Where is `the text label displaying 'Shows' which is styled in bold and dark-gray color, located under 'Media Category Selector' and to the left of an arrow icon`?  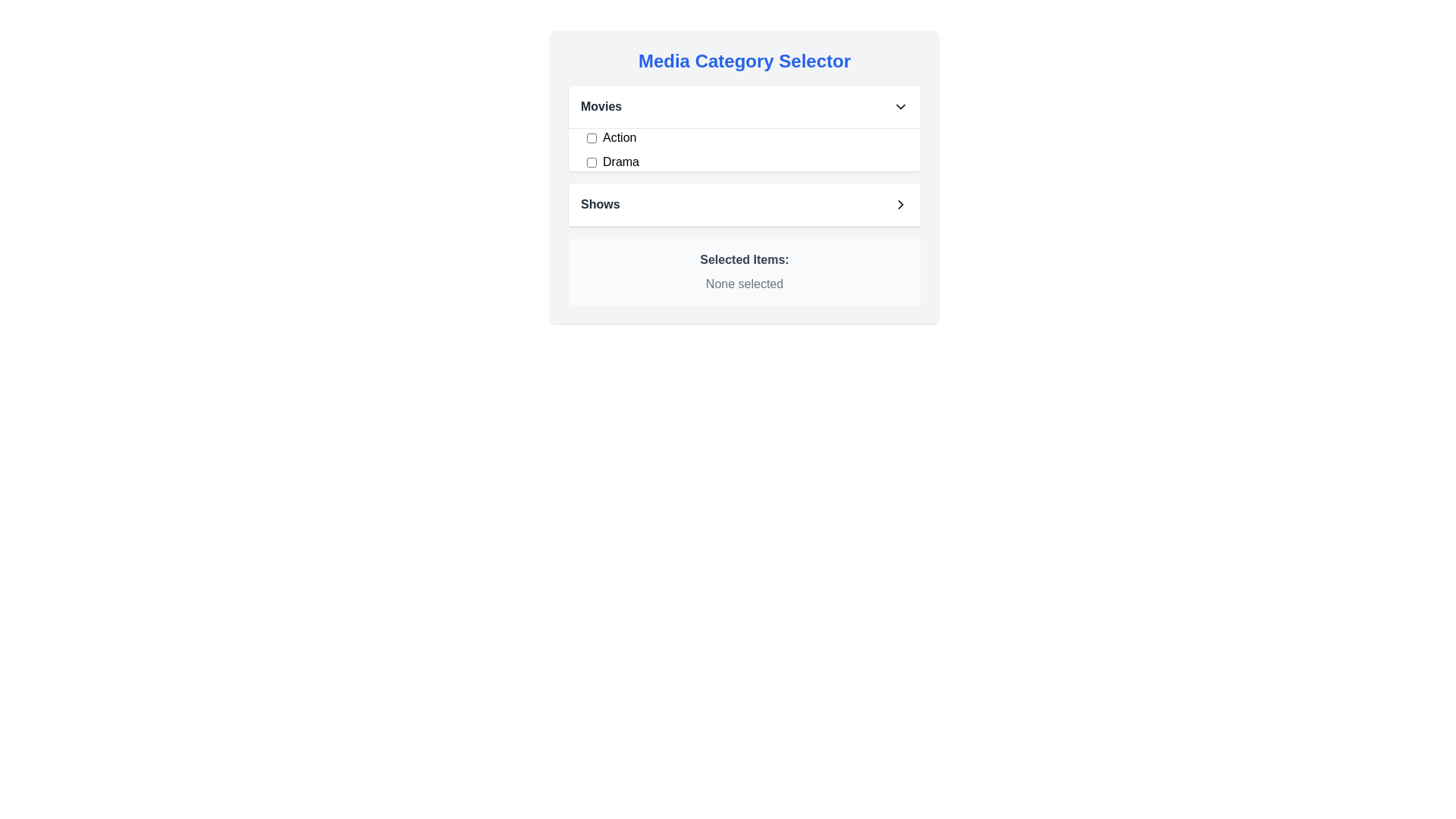 the text label displaying 'Shows' which is styled in bold and dark-gray color, located under 'Media Category Selector' and to the left of an arrow icon is located at coordinates (599, 205).